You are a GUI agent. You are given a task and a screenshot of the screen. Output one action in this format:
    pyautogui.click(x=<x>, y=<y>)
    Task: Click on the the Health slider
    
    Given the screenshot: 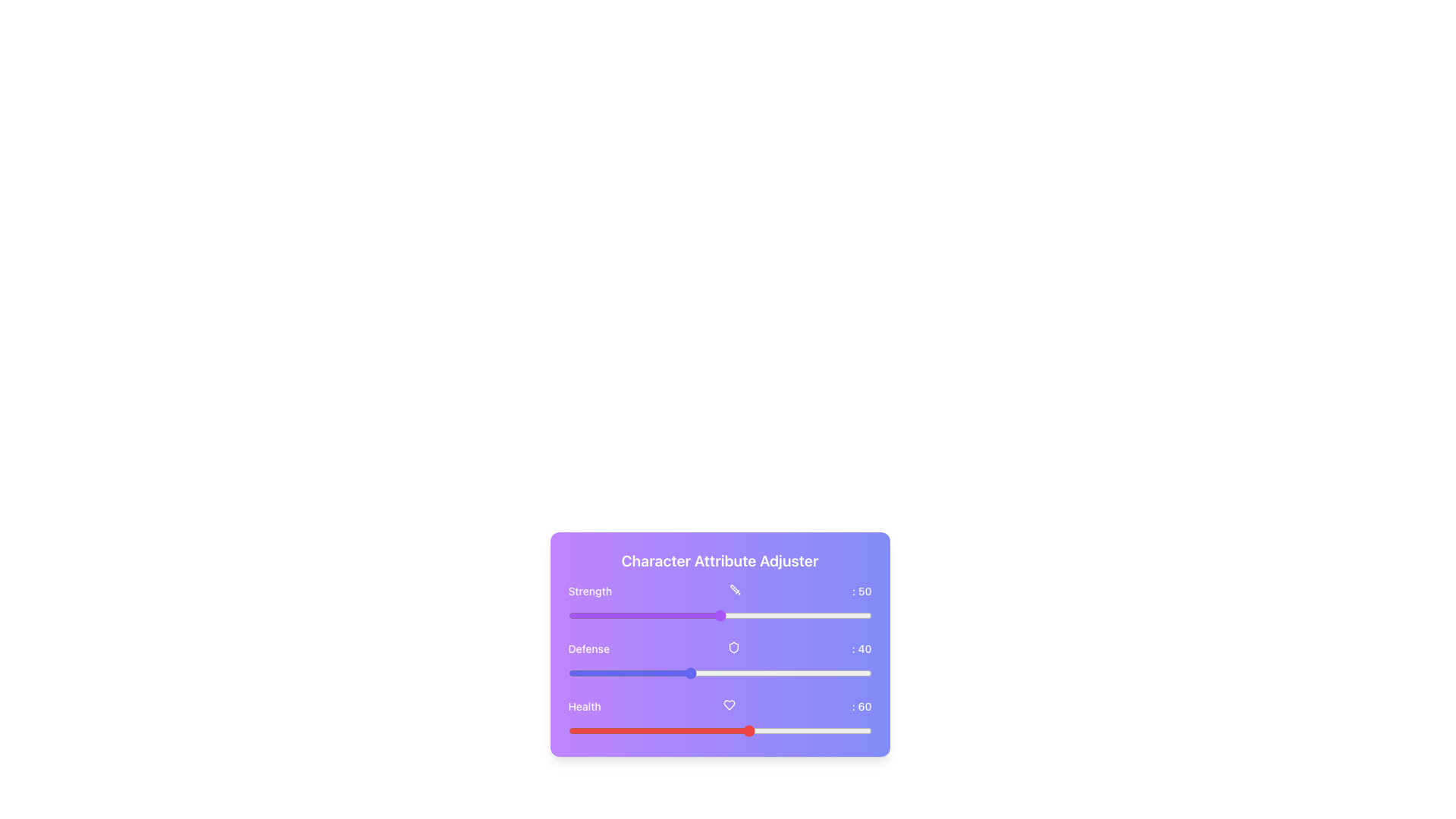 What is the action you would take?
    pyautogui.click(x=607, y=730)
    